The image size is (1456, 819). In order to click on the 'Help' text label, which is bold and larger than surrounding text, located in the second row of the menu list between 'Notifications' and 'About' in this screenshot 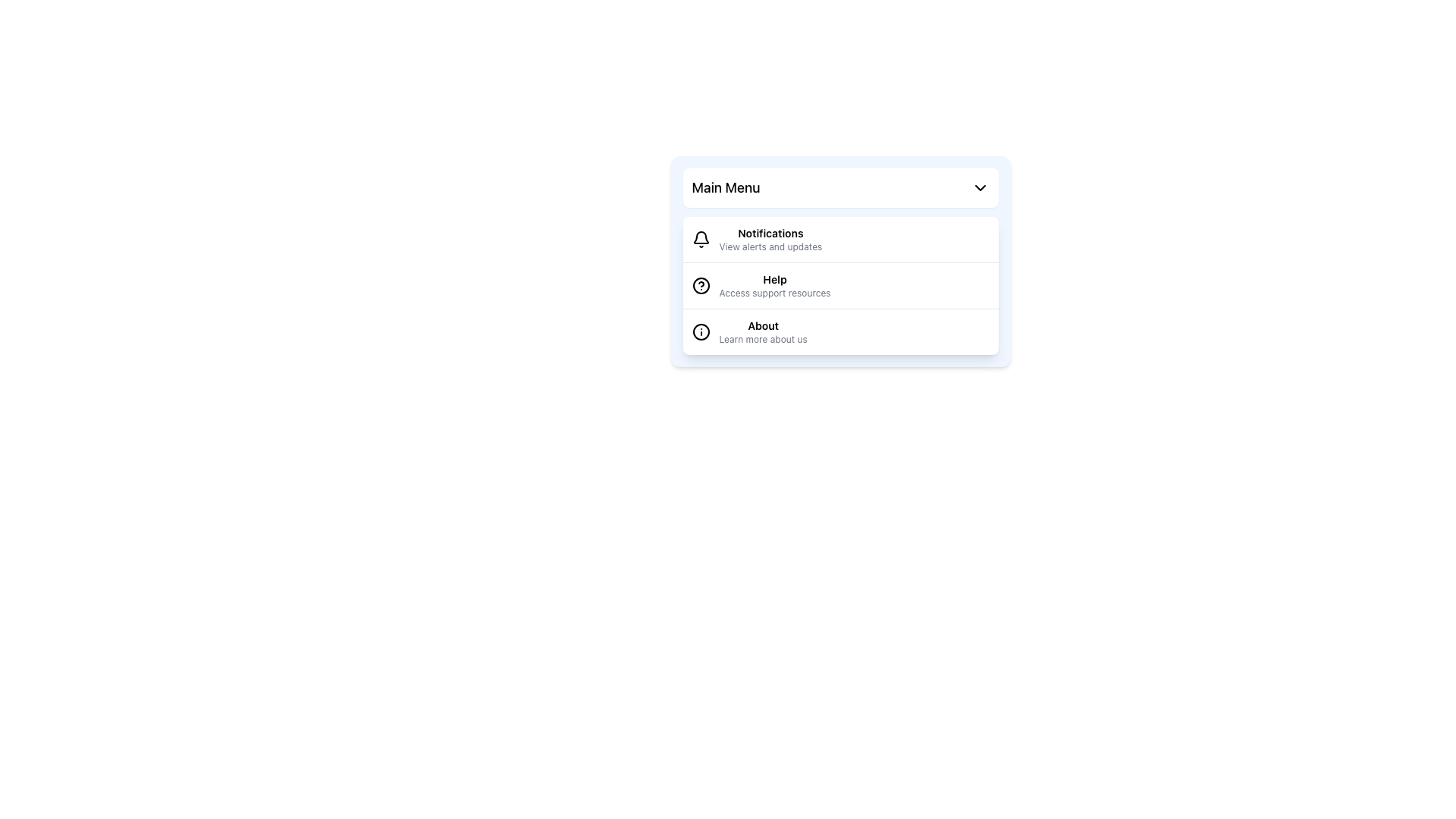, I will do `click(775, 280)`.